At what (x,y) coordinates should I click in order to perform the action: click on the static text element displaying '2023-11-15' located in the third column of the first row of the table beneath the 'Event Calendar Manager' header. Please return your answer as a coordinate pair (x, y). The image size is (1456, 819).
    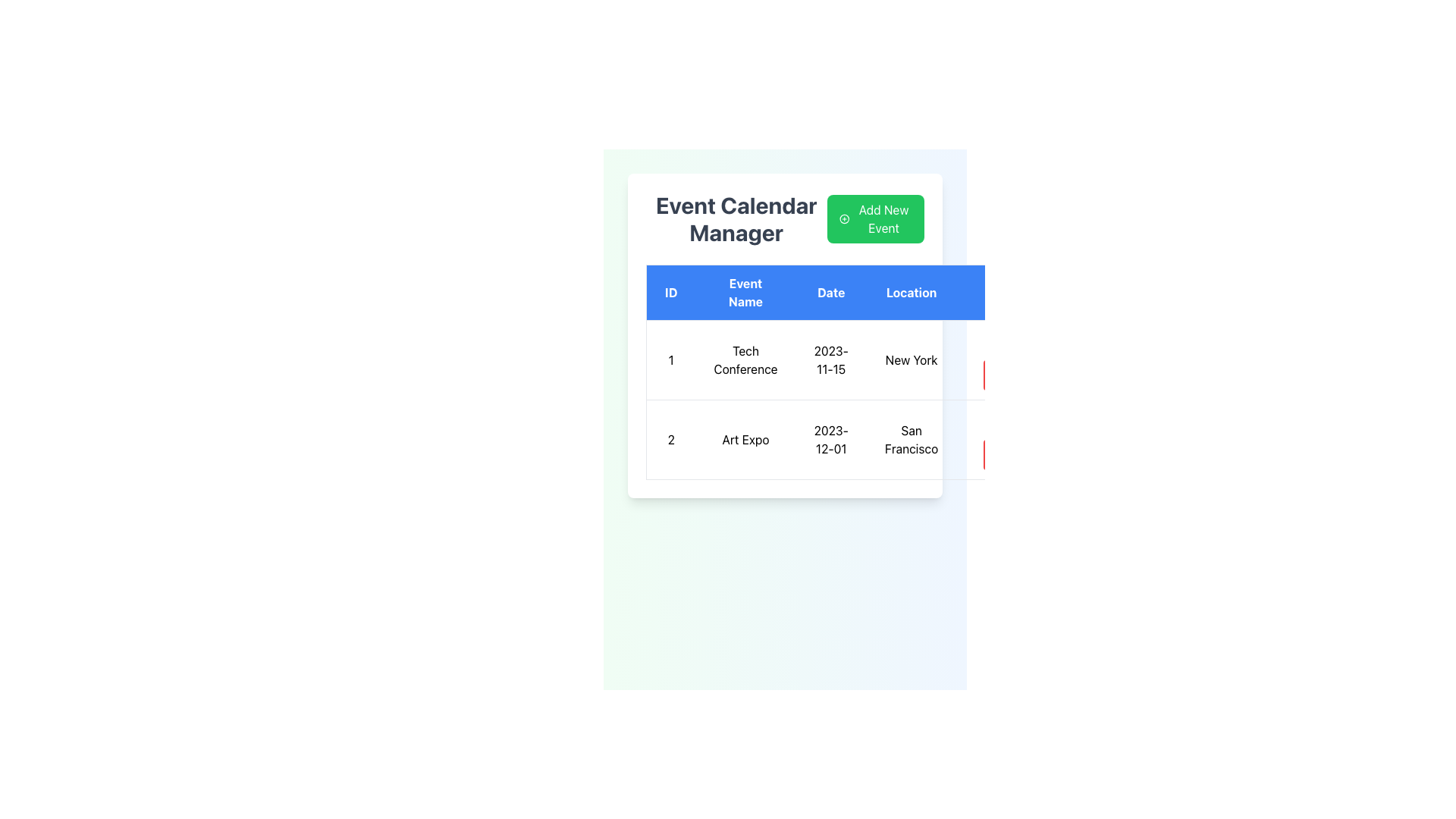
    Looking at the image, I should click on (830, 359).